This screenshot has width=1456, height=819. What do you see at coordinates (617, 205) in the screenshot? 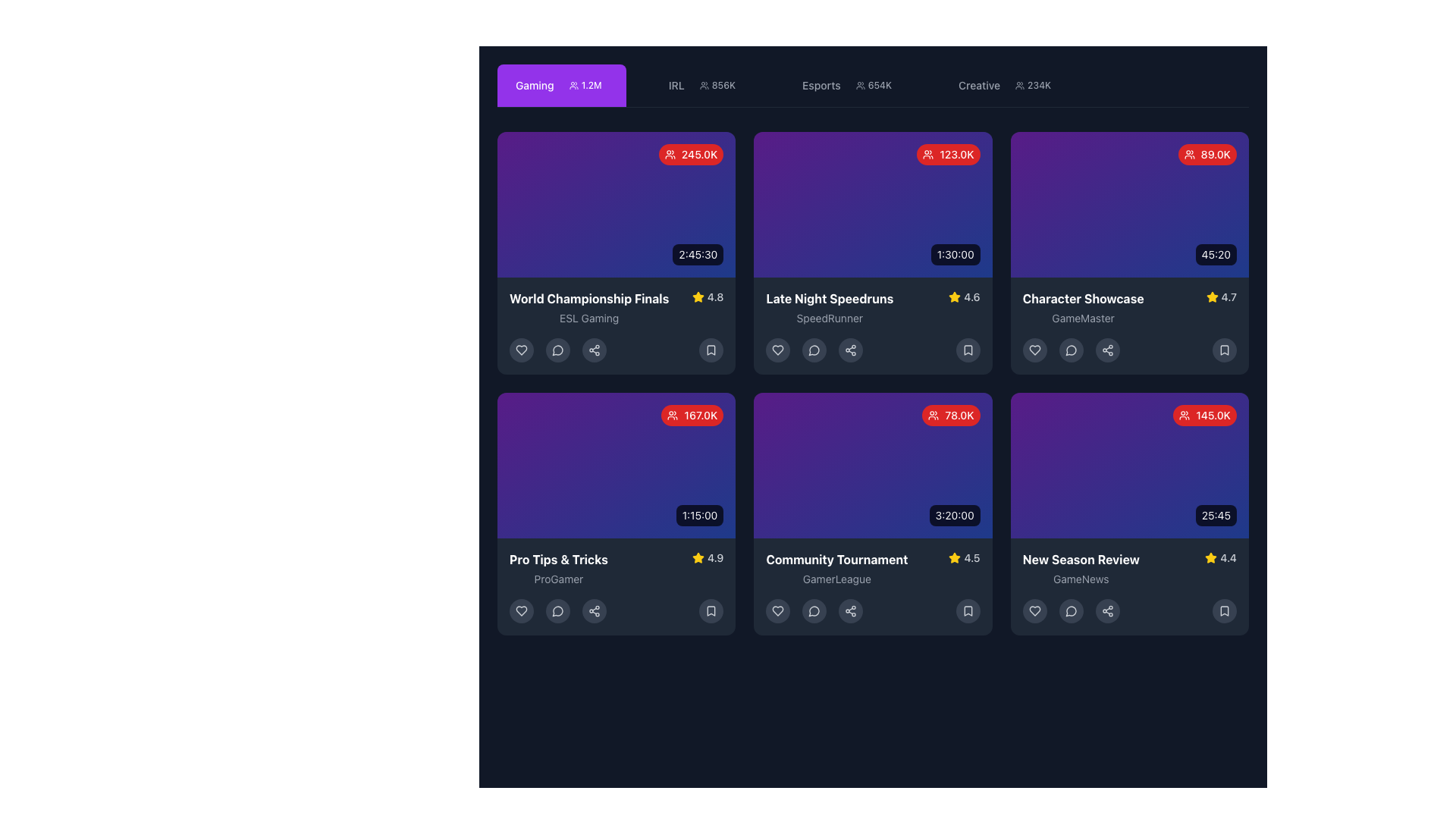
I see `the Content display card located in the top-left corner of the grid layout, which features a gradient background, a red circular badge with '245.0K', and a black rectangular badge with '2:45:30'` at bounding box center [617, 205].